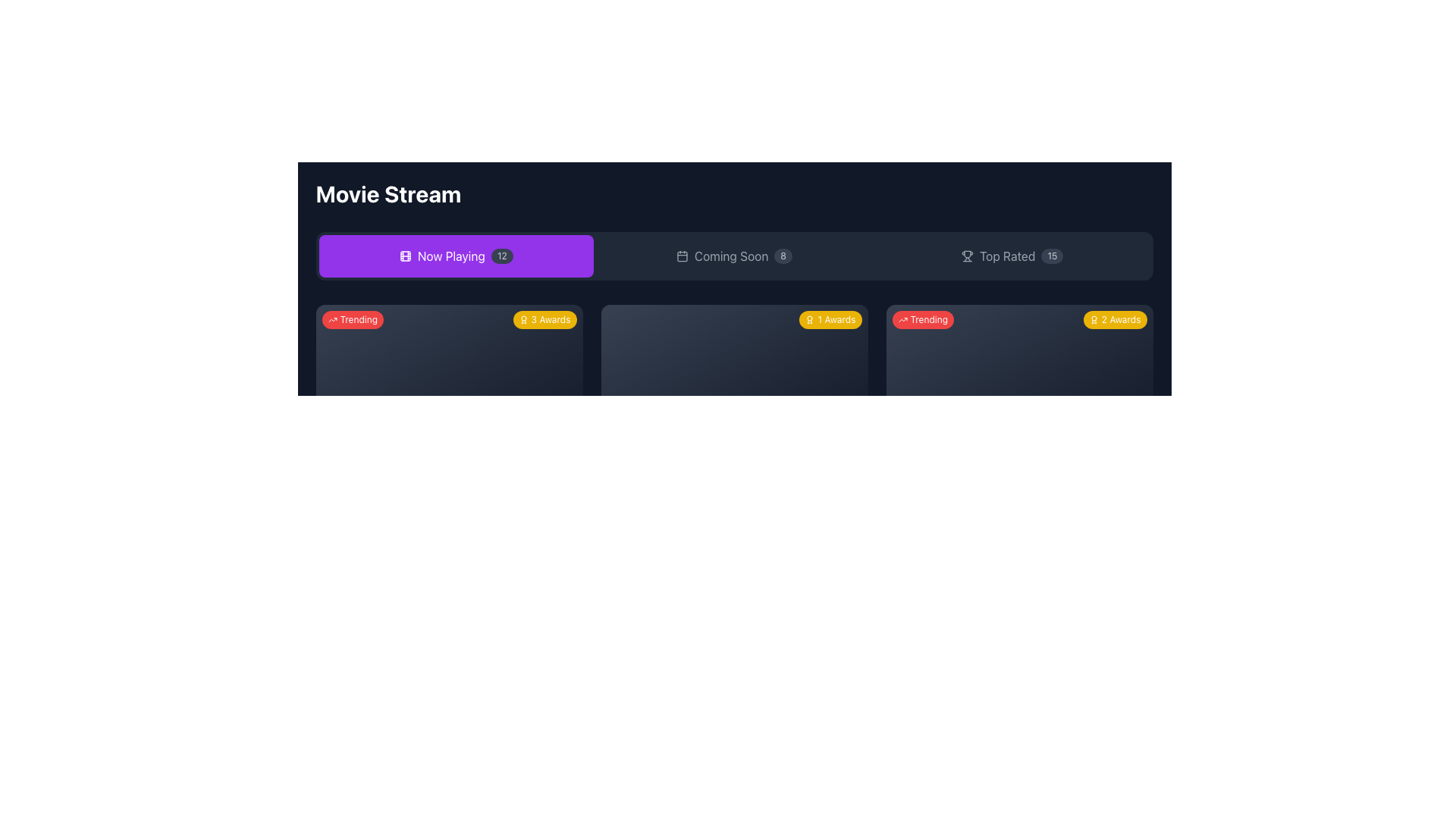 Image resolution: width=1456 pixels, height=819 pixels. I want to click on the displayed count on the badge showing the number '12', which is located right after the 'Now Playing' button in the main interface, so click(502, 256).